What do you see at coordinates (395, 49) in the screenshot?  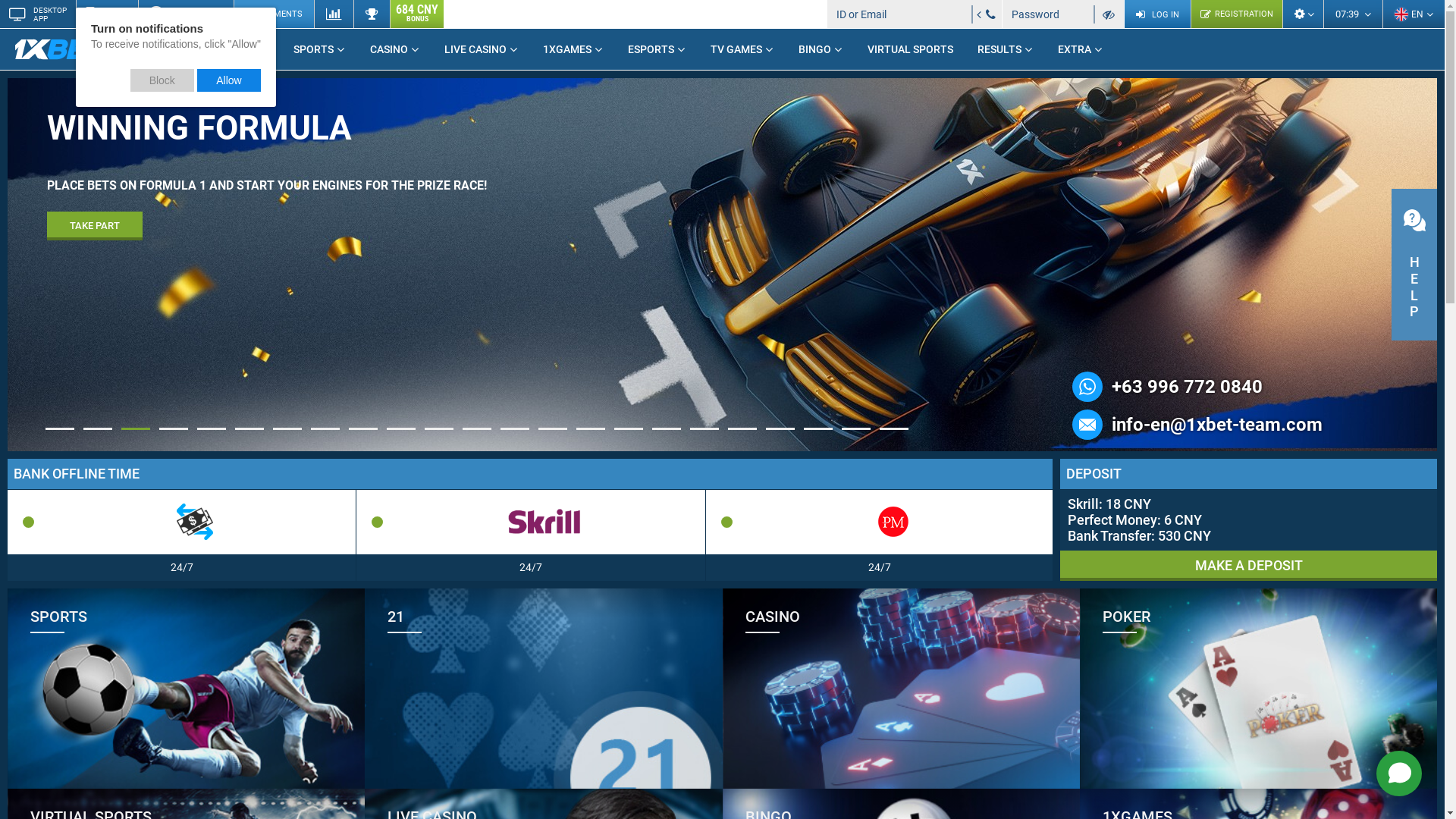 I see `'CASINO'` at bounding box center [395, 49].